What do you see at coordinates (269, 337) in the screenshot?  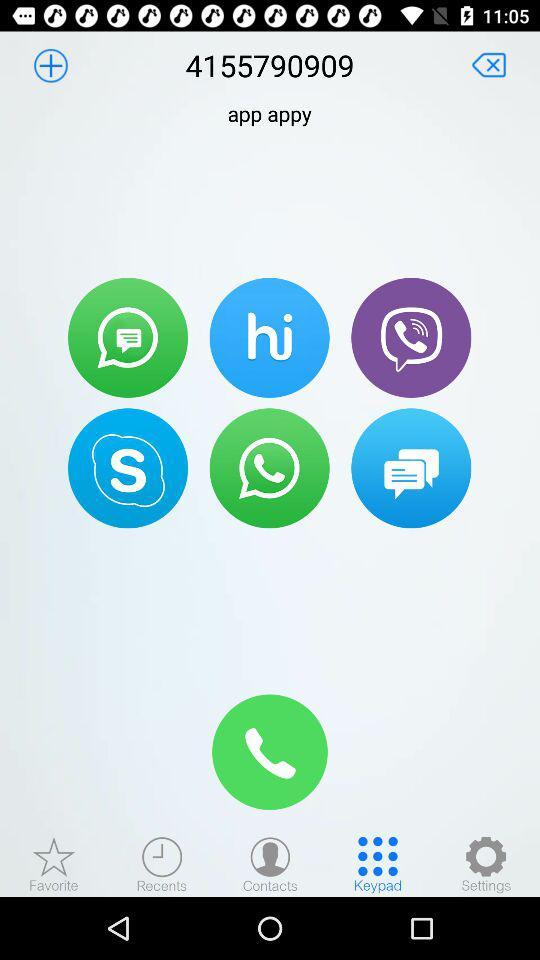 I see `choose hi app` at bounding box center [269, 337].